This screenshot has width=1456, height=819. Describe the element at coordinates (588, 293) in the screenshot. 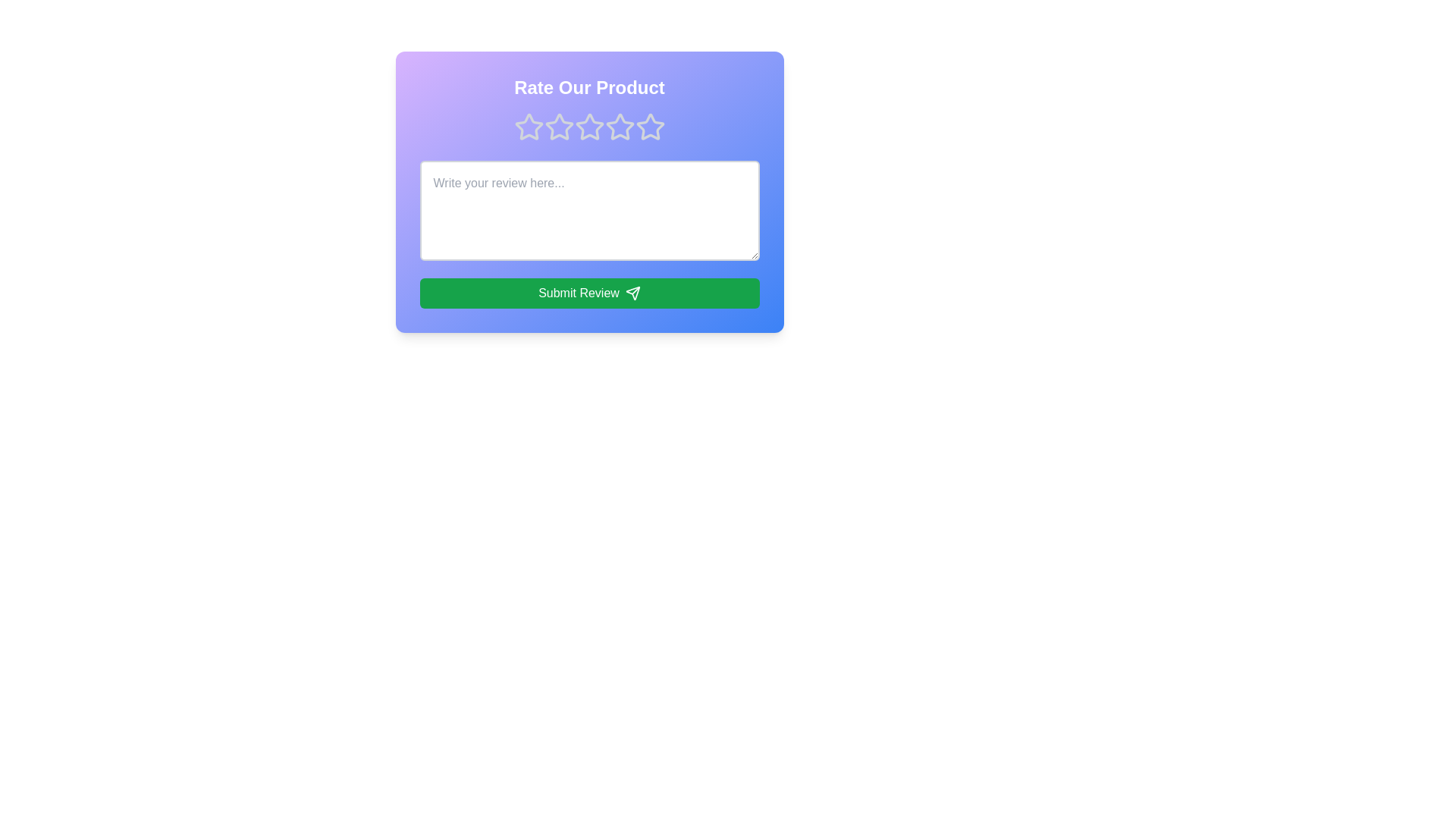

I see `the green 'Submit Review' button located at the bottom of the review section` at that location.